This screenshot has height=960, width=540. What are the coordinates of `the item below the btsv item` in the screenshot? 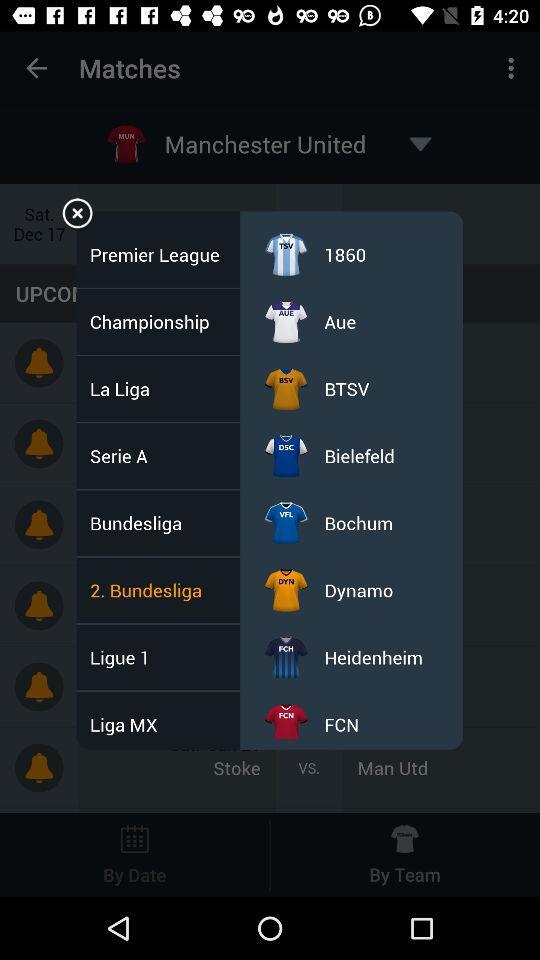 It's located at (358, 456).